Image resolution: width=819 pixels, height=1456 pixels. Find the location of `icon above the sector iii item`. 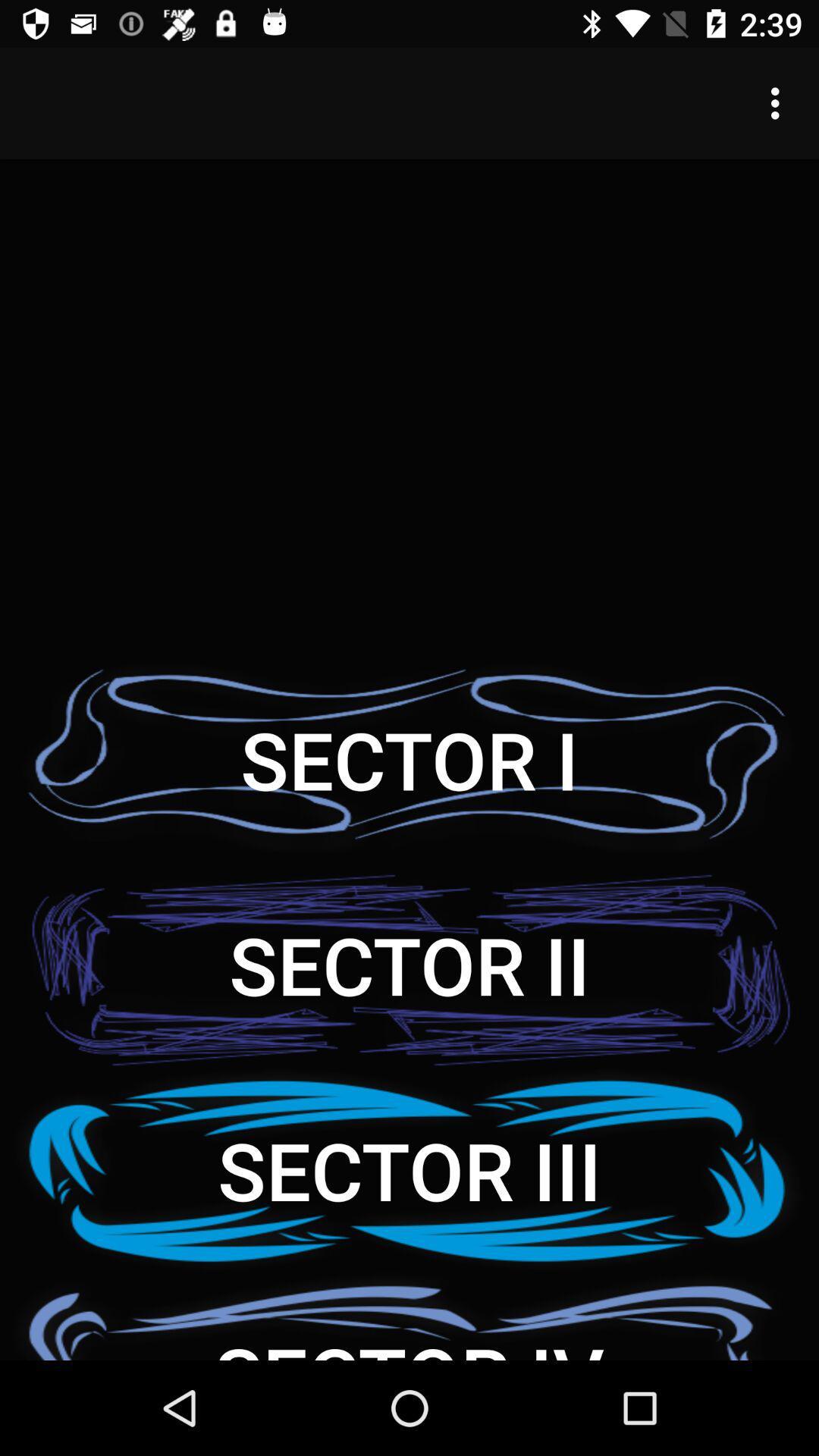

icon above the sector iii item is located at coordinates (409, 964).